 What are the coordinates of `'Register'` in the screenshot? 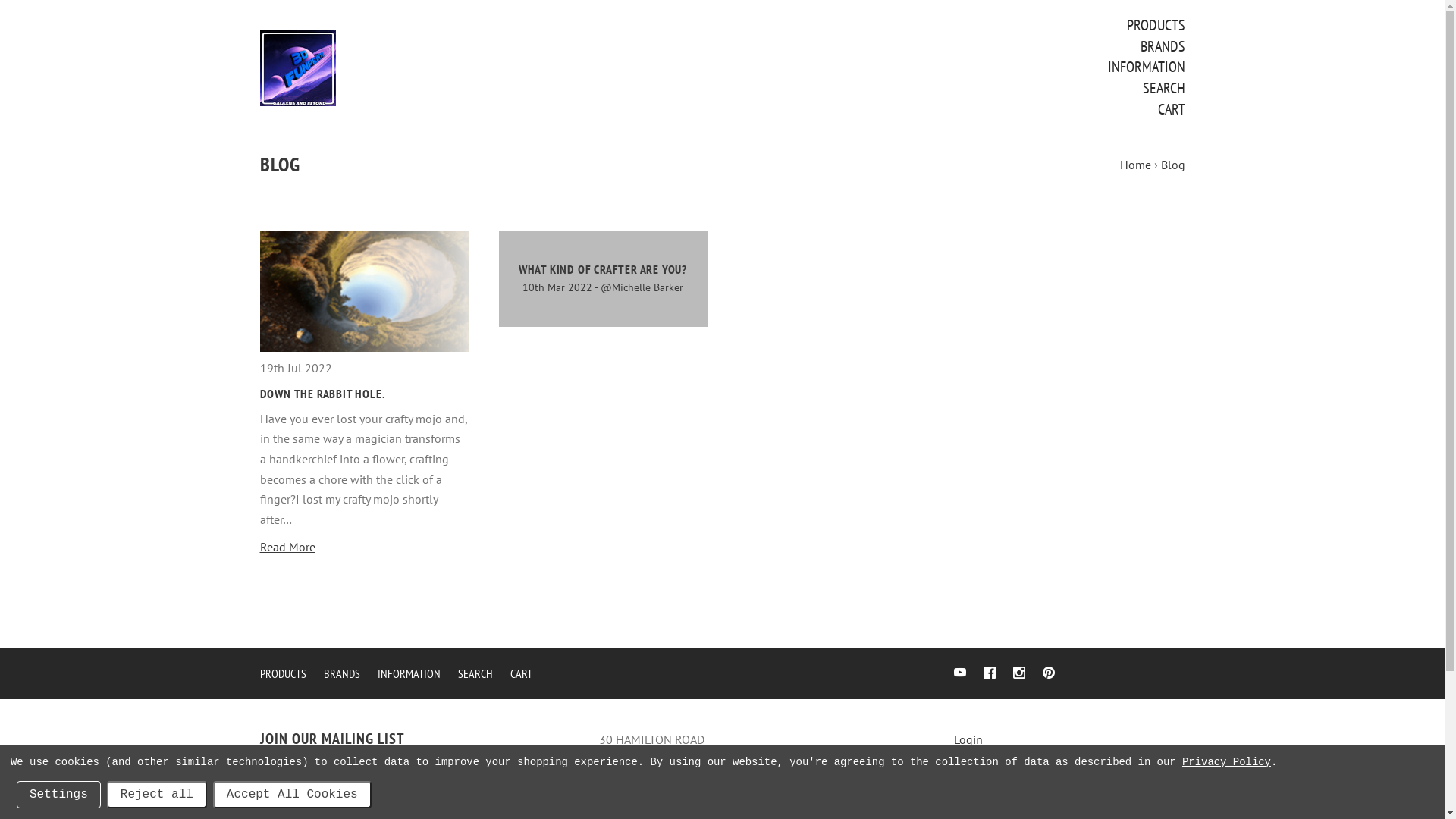 It's located at (952, 759).